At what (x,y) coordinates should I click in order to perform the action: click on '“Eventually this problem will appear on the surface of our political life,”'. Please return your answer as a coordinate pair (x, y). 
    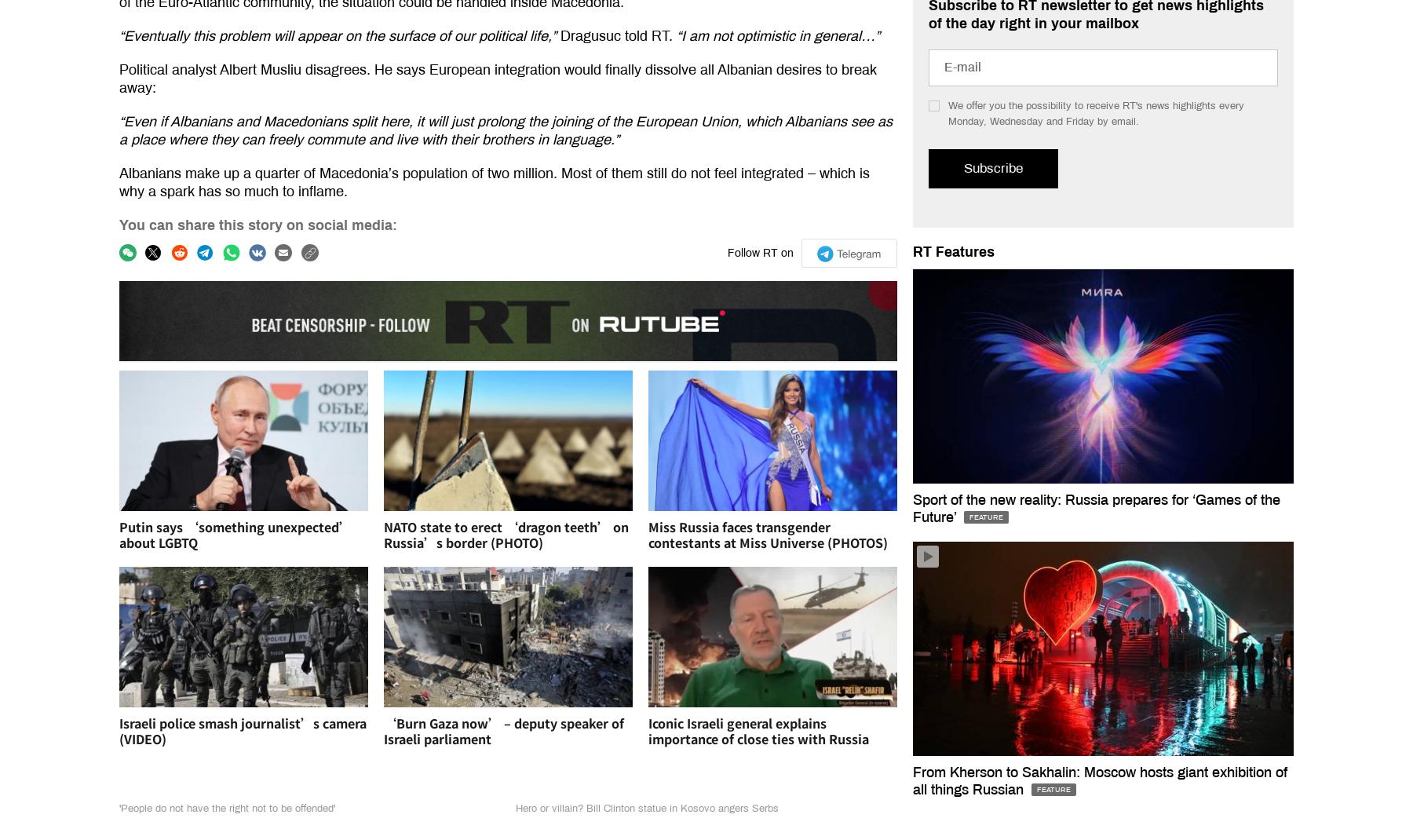
    Looking at the image, I should click on (340, 35).